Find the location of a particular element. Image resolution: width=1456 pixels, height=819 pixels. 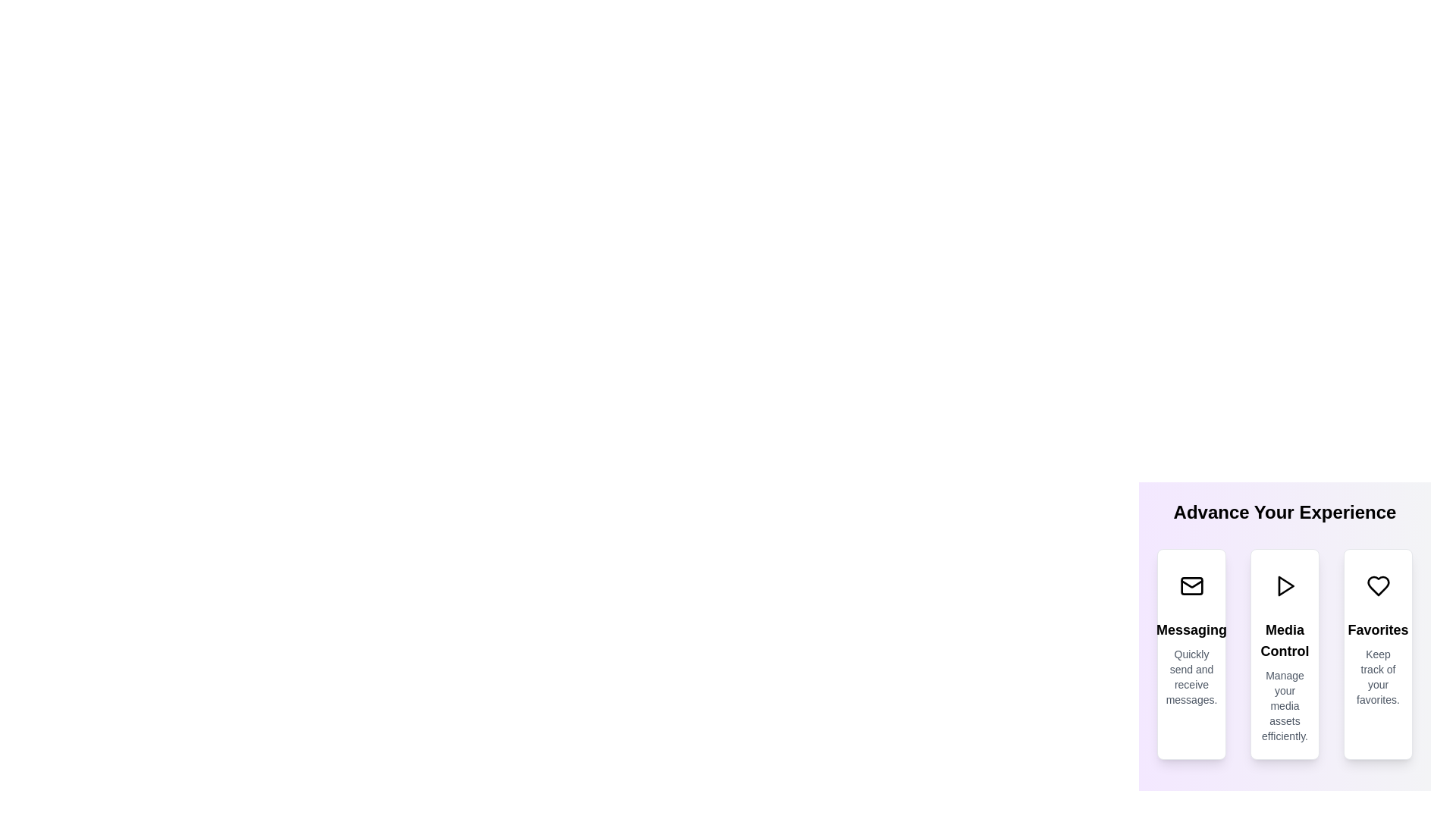

the heart-shaped icon within the 'Favorites' card, which is the rightmost card in a set of three, located below the title text 'Favorites' is located at coordinates (1378, 585).